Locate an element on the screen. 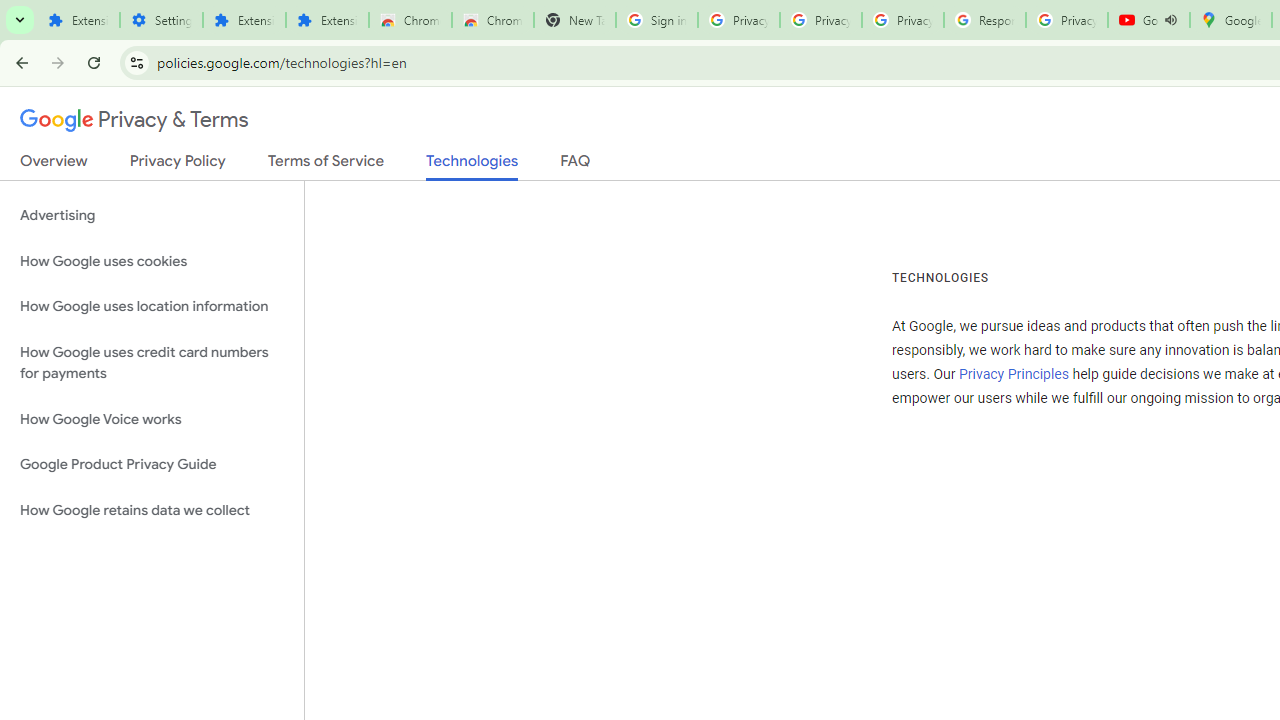  'How Google uses cookies' is located at coordinates (151, 260).